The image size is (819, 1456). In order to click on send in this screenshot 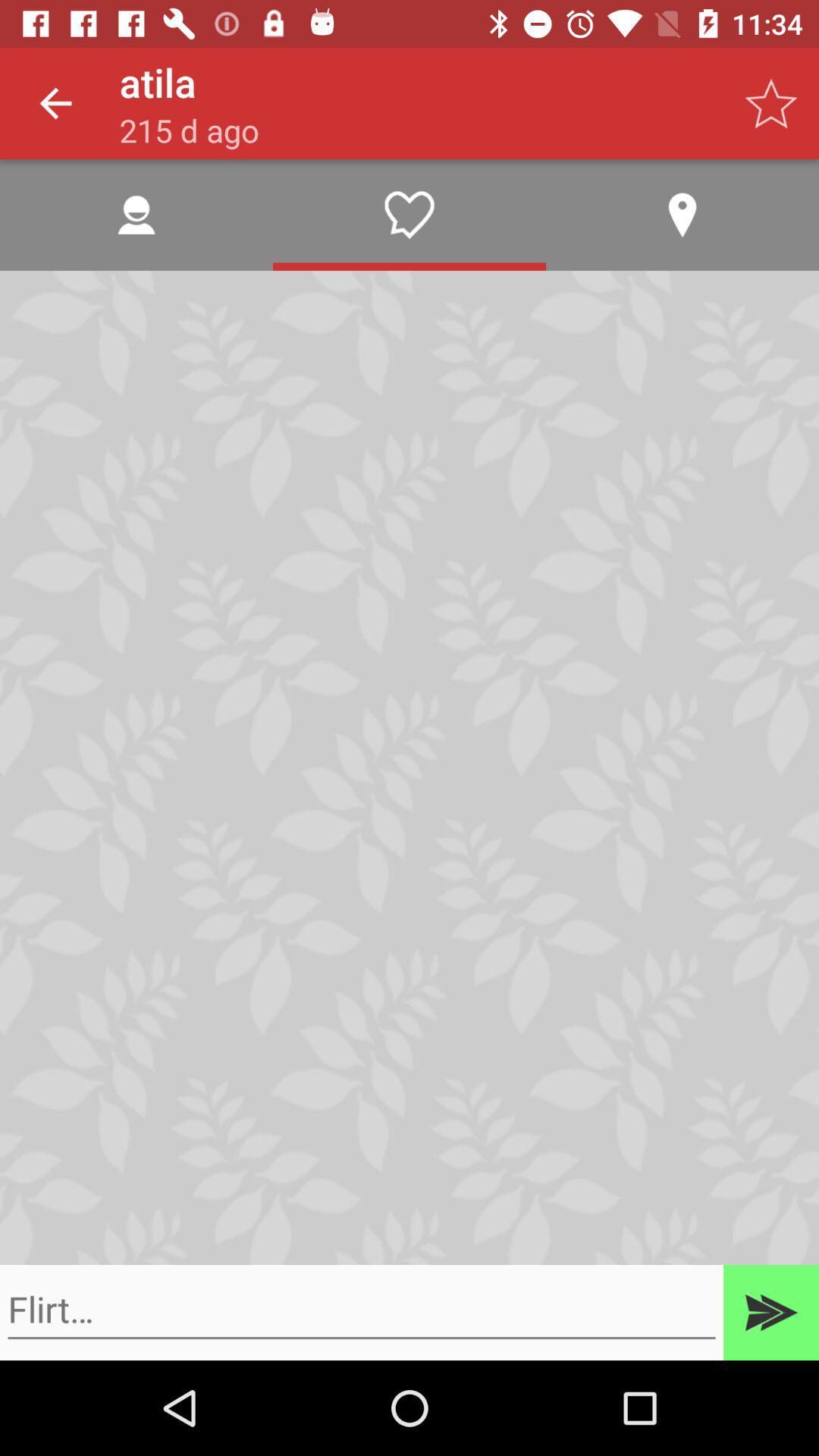, I will do `click(771, 1312)`.